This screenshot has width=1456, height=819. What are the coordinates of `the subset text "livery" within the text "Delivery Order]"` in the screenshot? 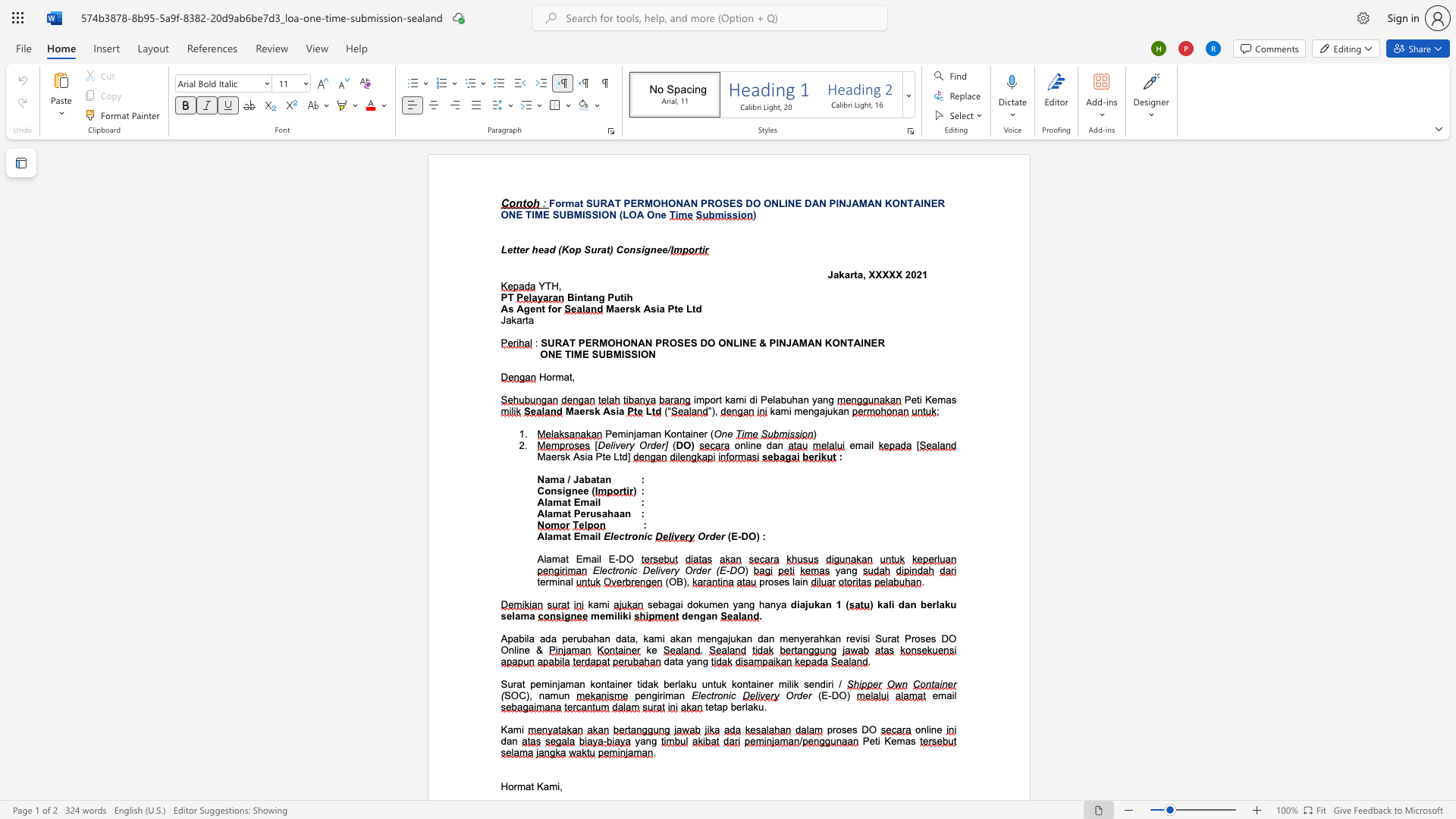 It's located at (610, 444).